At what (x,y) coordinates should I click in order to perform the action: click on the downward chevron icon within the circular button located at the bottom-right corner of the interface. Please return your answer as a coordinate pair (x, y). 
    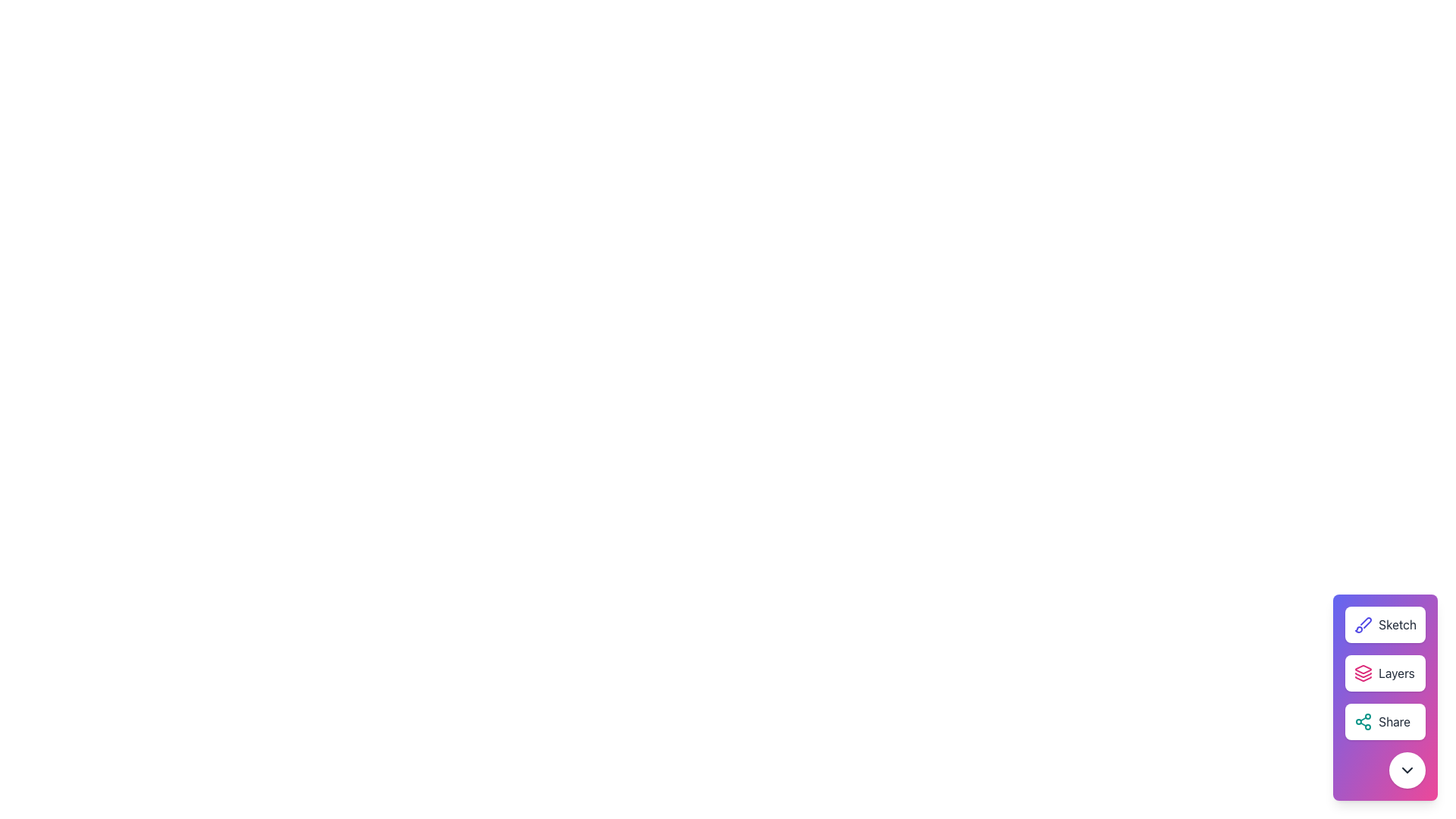
    Looking at the image, I should click on (1407, 770).